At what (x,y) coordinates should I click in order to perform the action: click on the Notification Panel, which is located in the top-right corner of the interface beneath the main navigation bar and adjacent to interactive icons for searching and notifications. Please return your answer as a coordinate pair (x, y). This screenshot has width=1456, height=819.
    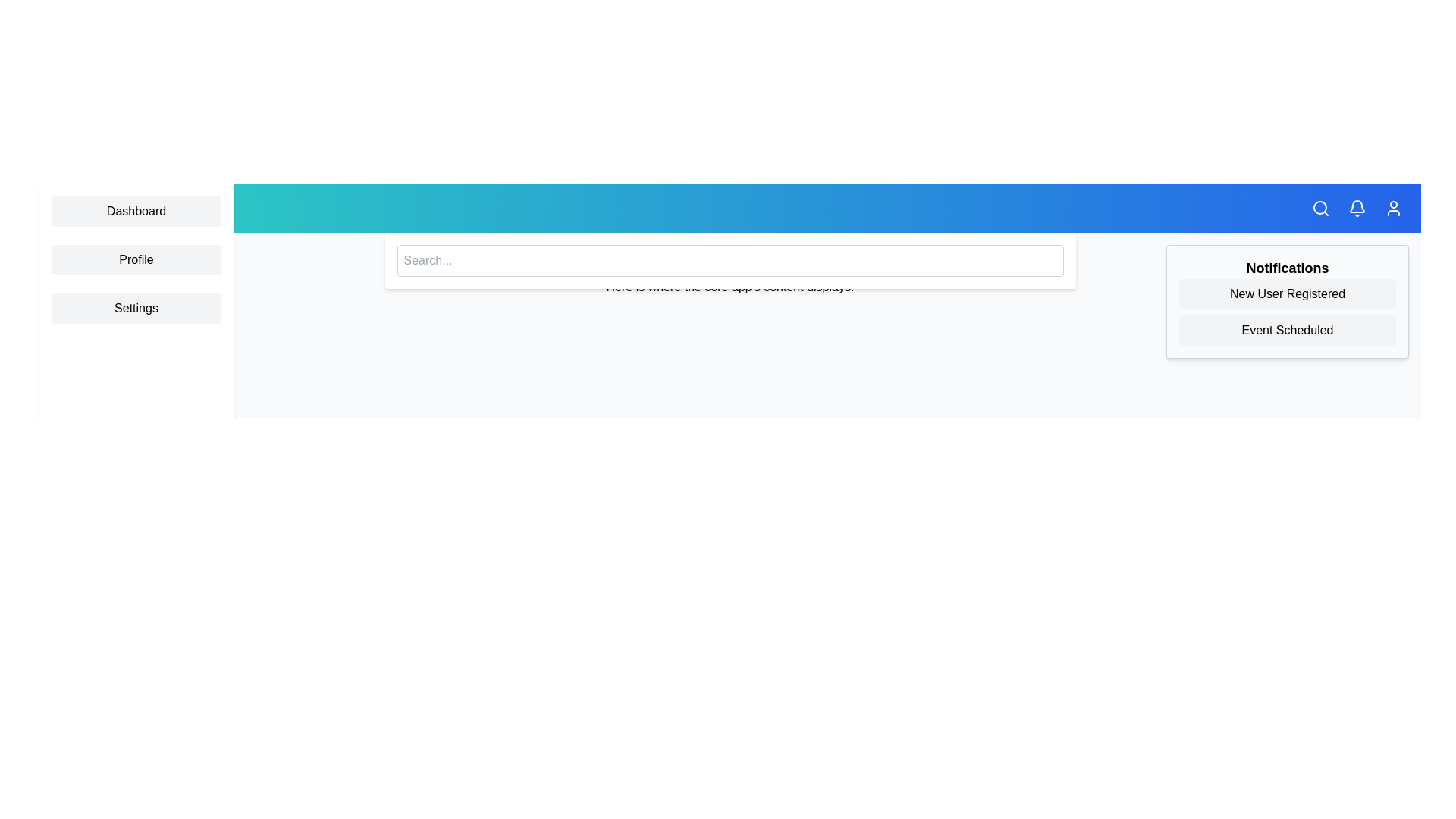
    Looking at the image, I should click on (1287, 301).